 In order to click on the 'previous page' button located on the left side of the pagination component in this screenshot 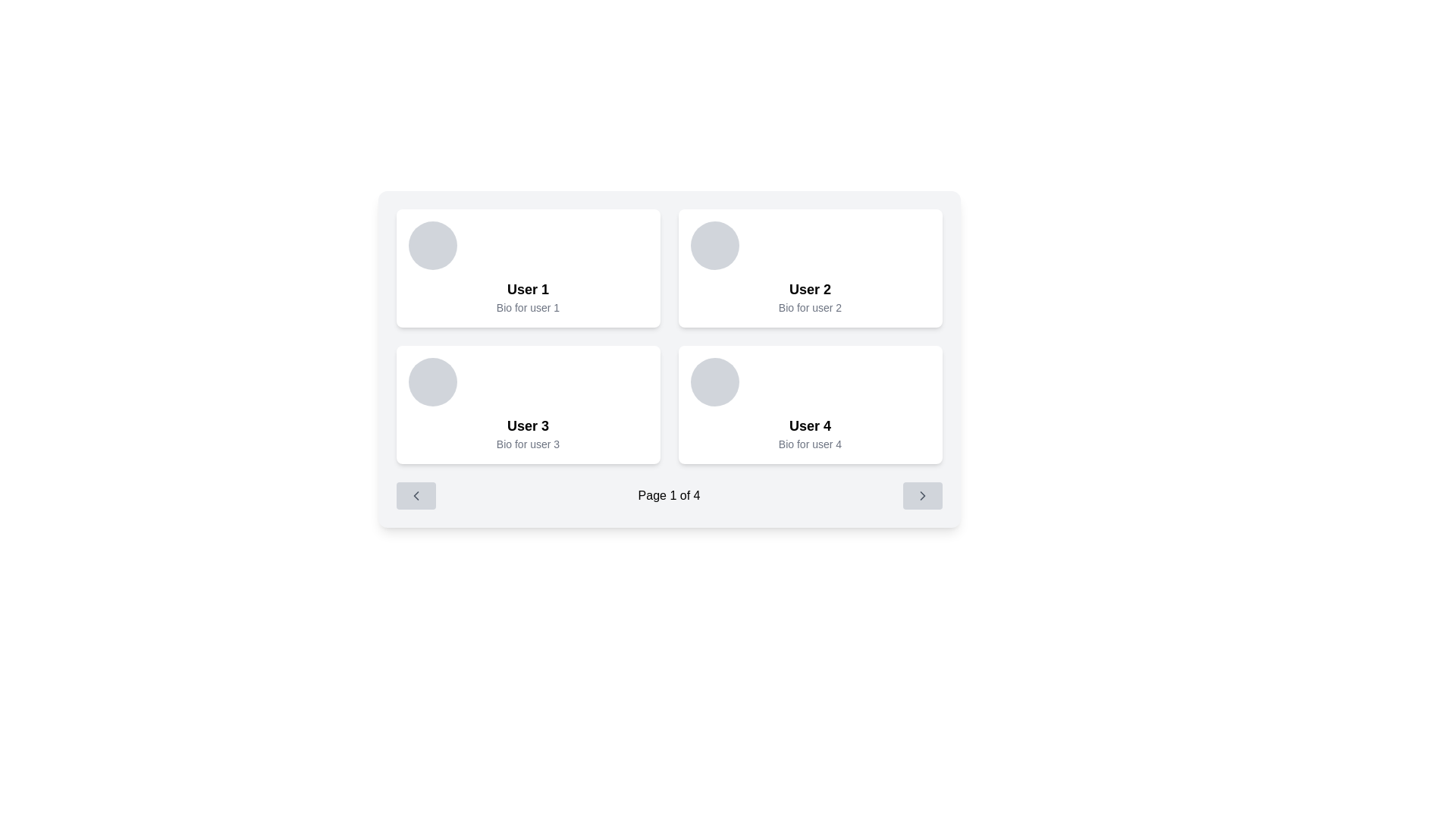, I will do `click(416, 496)`.